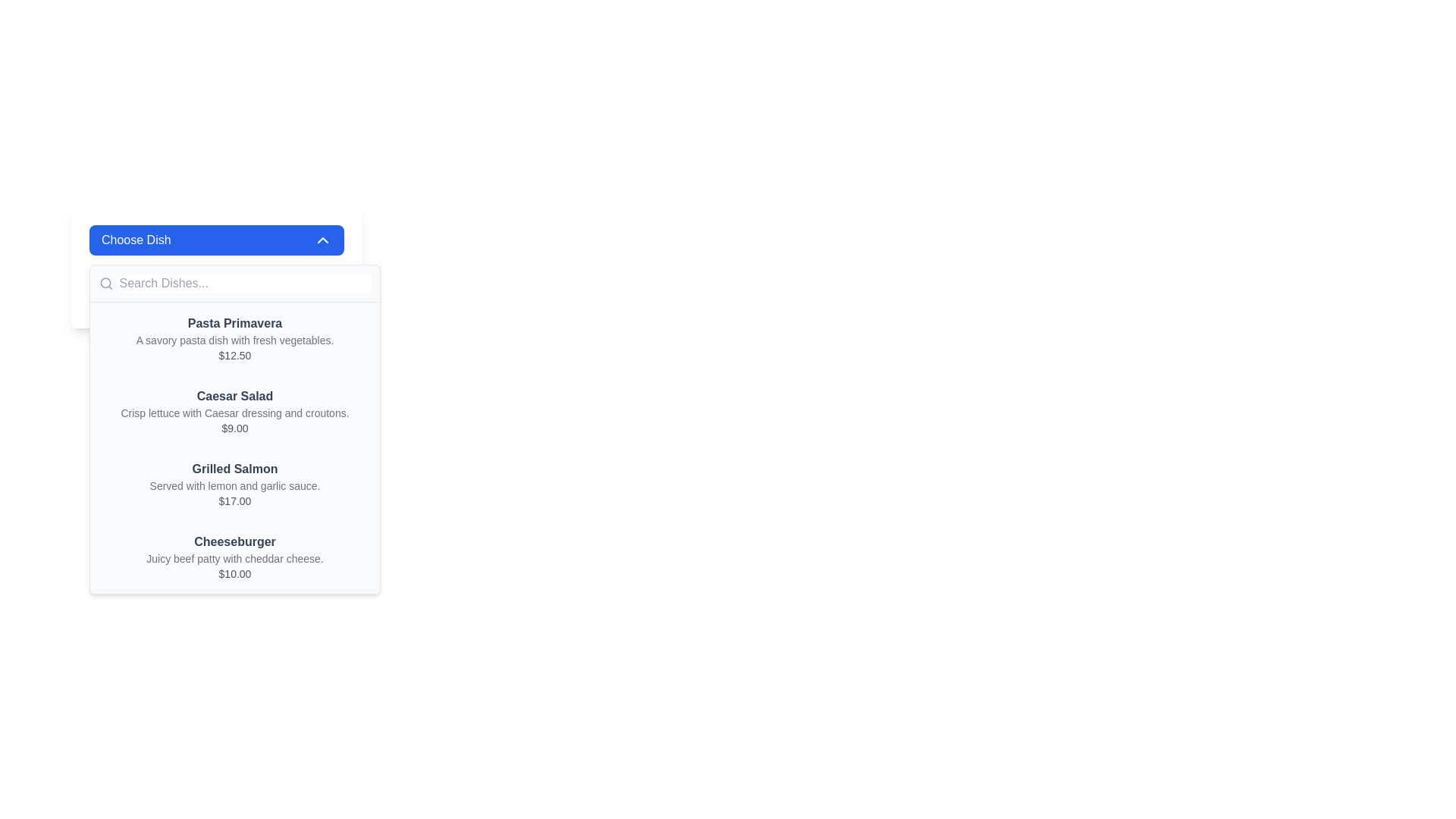 The height and width of the screenshot is (819, 1456). I want to click on the first menu item under 'Choose Dish', so click(234, 338).